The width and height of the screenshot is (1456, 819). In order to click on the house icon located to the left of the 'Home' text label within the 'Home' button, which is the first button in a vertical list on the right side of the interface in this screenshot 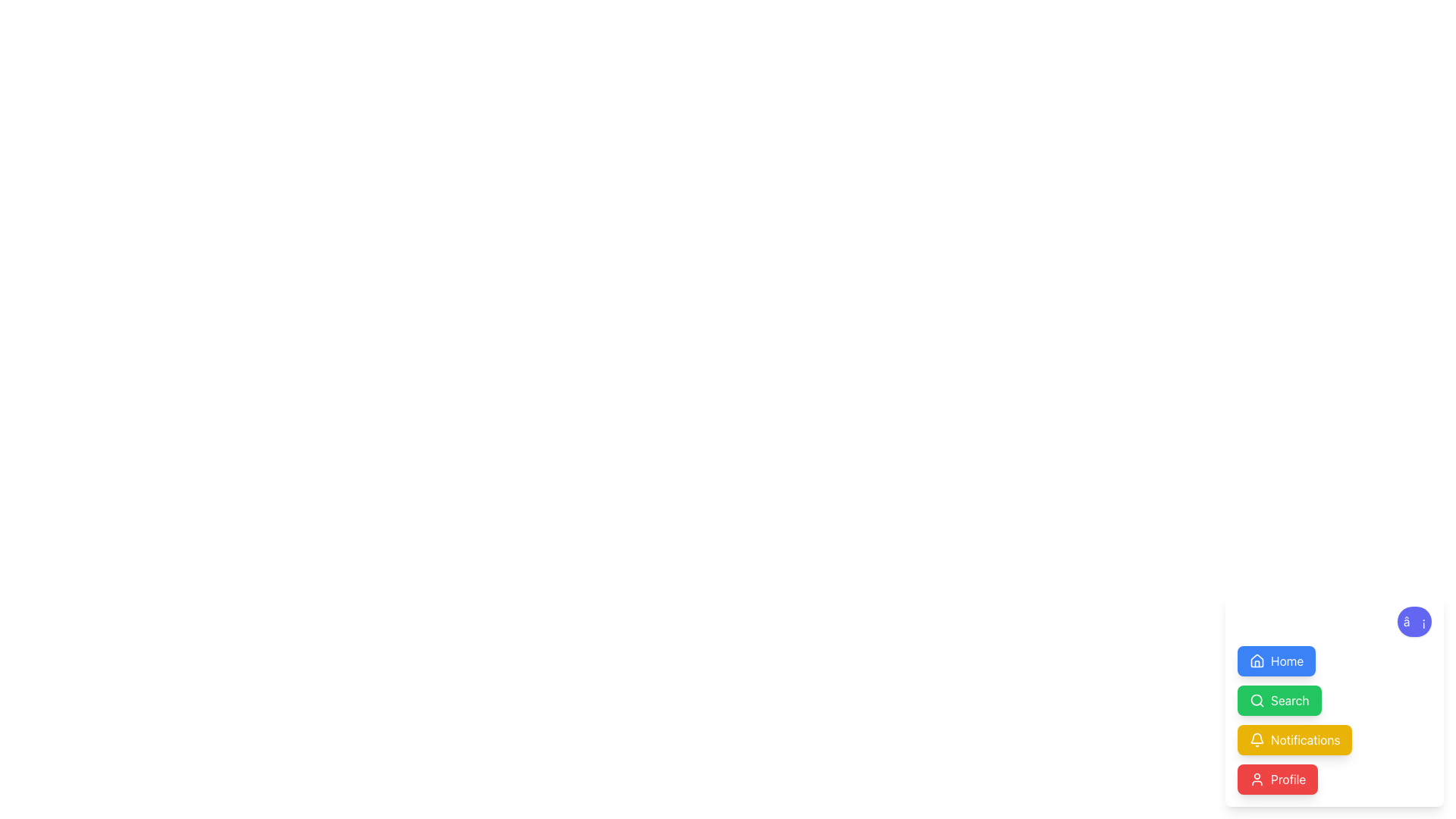, I will do `click(1257, 660)`.